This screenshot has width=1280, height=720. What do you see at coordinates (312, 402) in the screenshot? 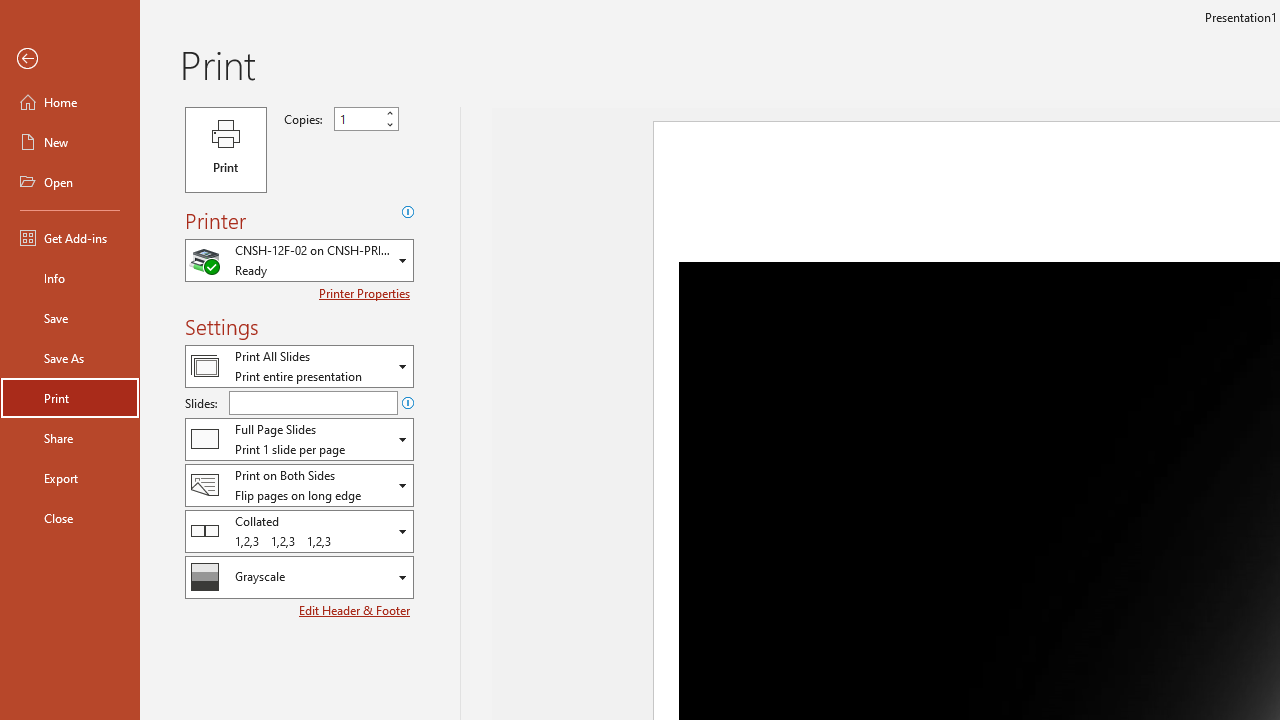
I see `'Slides'` at bounding box center [312, 402].